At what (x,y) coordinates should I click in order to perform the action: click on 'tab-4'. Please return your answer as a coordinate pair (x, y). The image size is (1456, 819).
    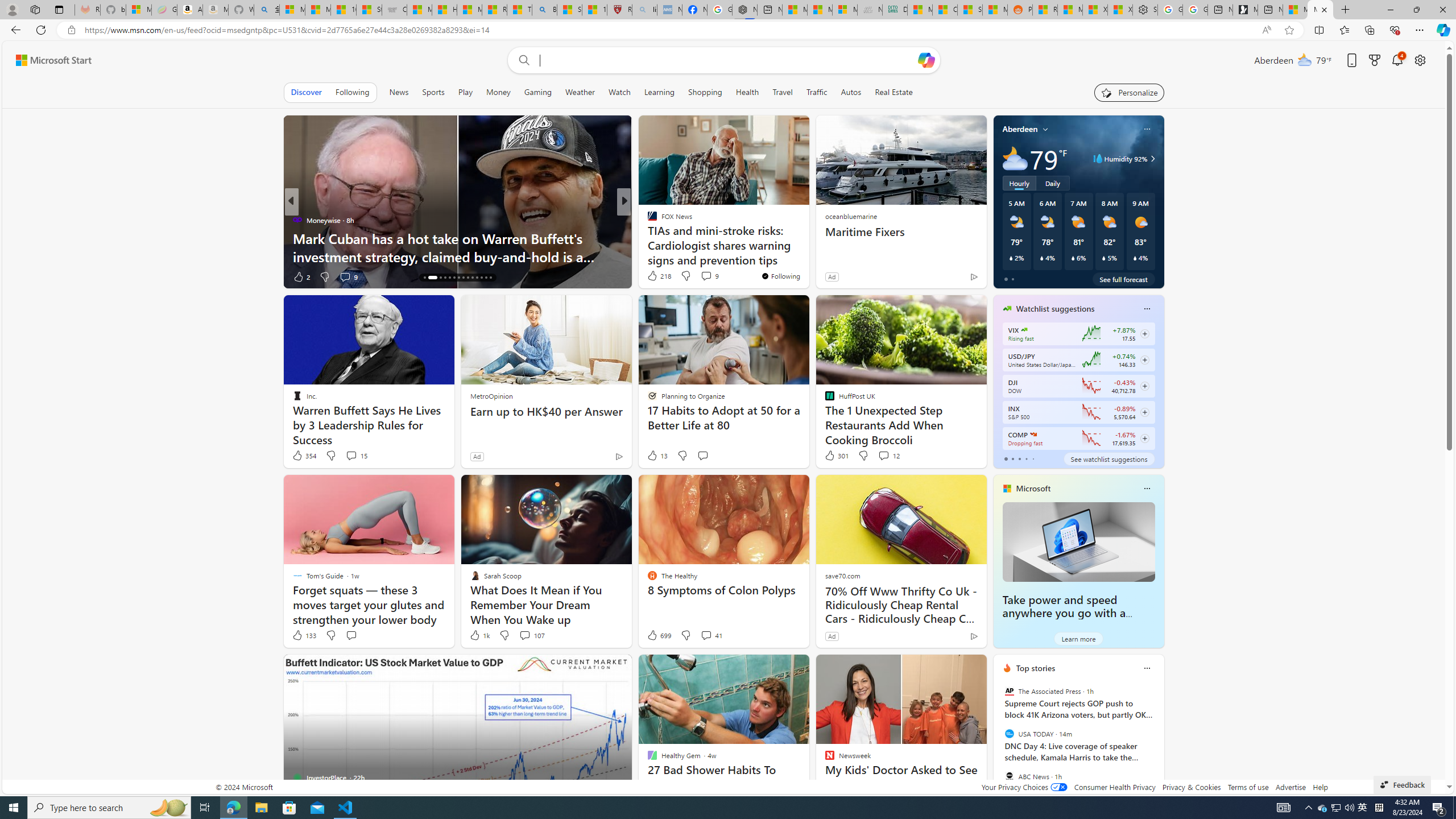
    Looking at the image, I should click on (1032, 459).